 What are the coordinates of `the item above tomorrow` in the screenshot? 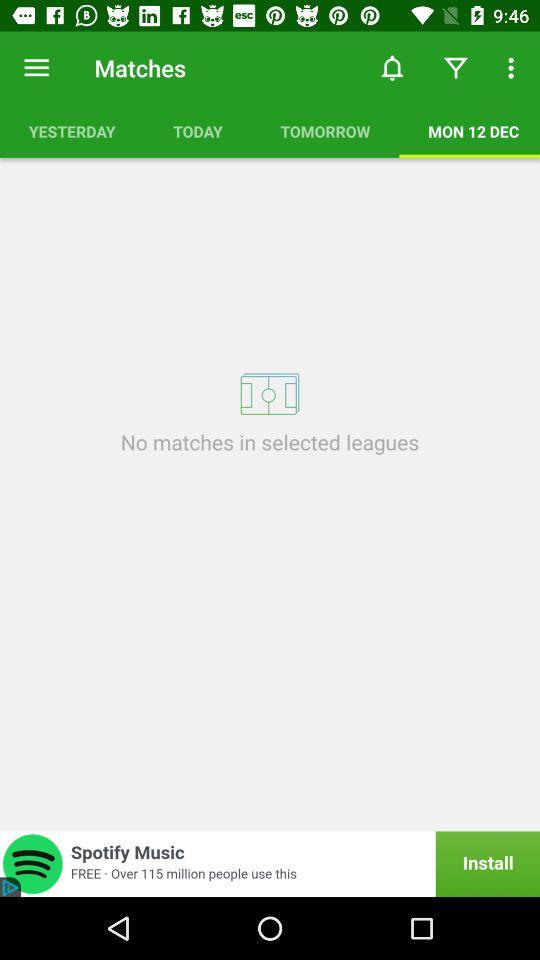 It's located at (393, 68).